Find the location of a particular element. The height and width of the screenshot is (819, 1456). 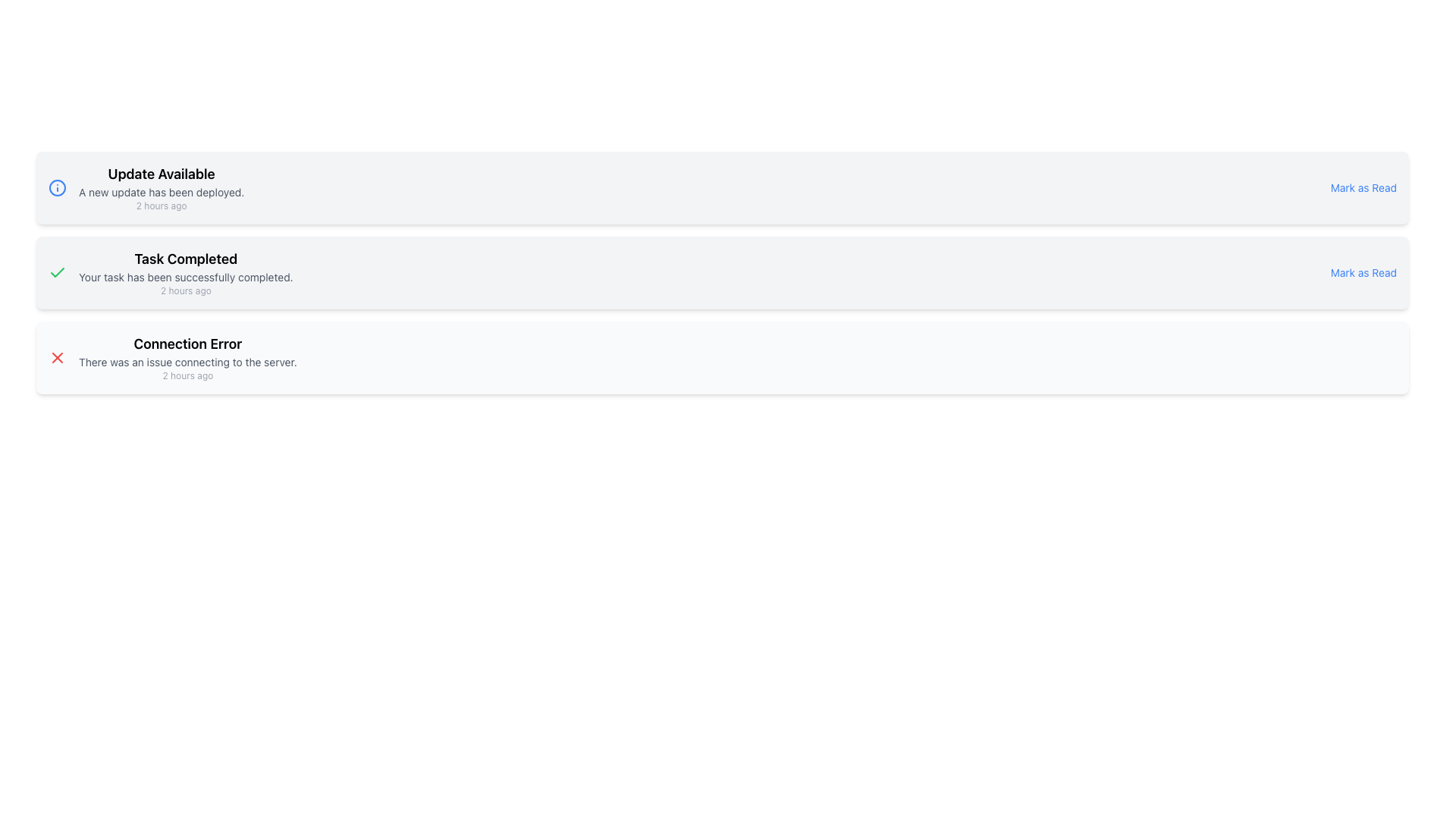

the error icon located at the top-left of the 'Connection Error' notification card, next to the title text 'Connection Error' is located at coordinates (58, 357).